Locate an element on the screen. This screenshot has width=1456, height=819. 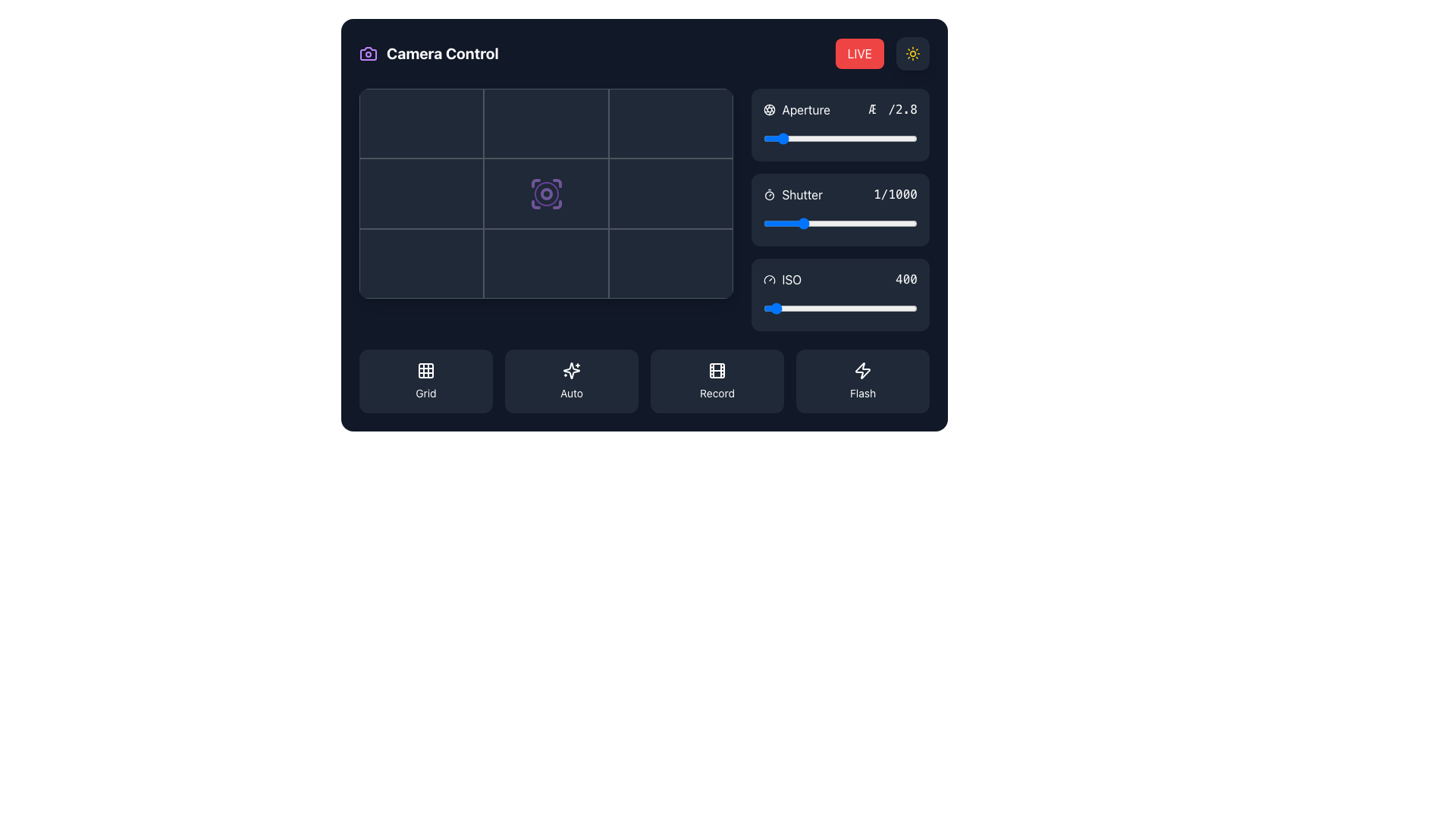
the Flash Icon located in the bottom row, fourth from the left is located at coordinates (862, 371).